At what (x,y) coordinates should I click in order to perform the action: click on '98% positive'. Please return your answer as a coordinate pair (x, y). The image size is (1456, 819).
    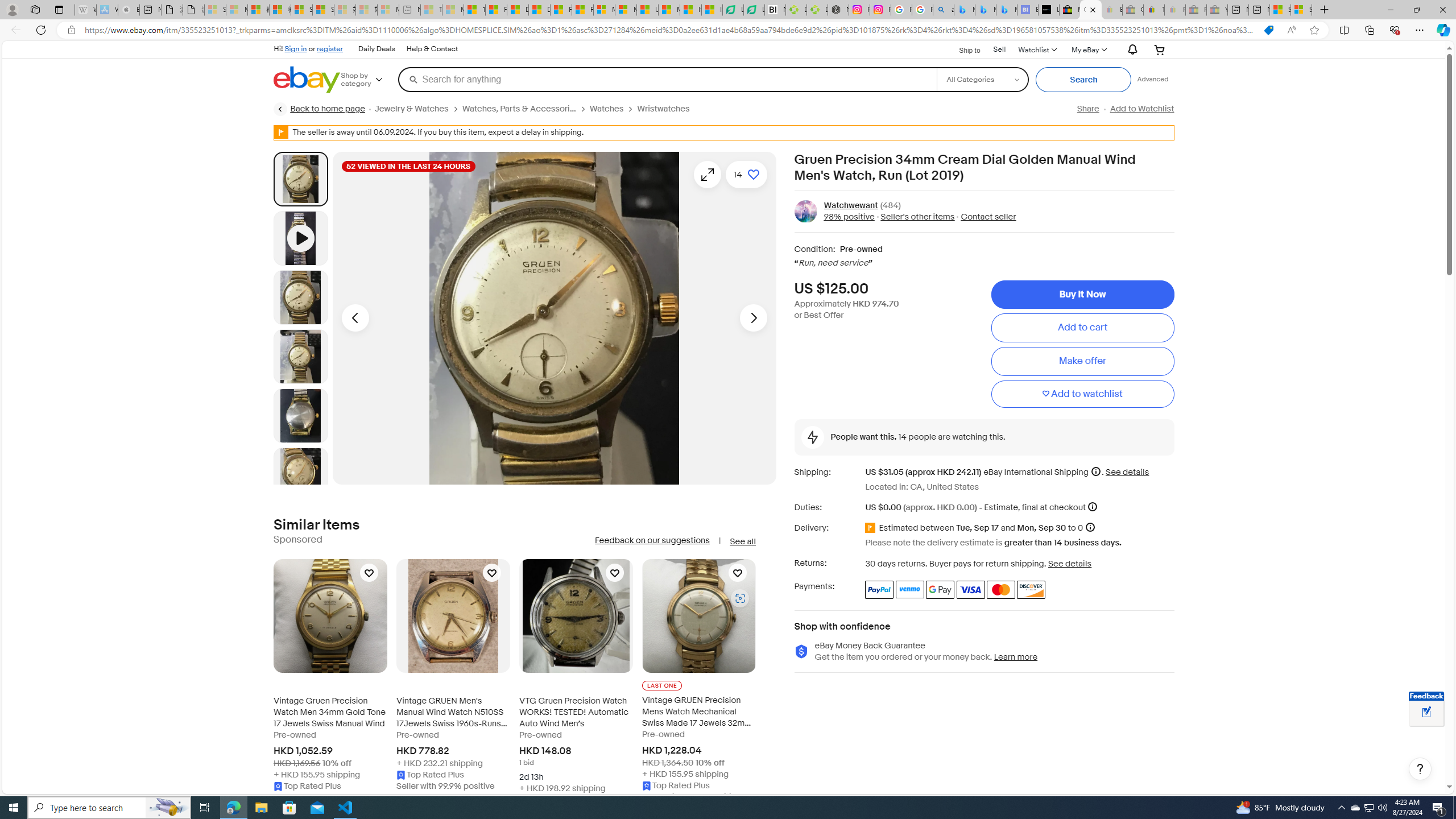
    Looking at the image, I should click on (849, 216).